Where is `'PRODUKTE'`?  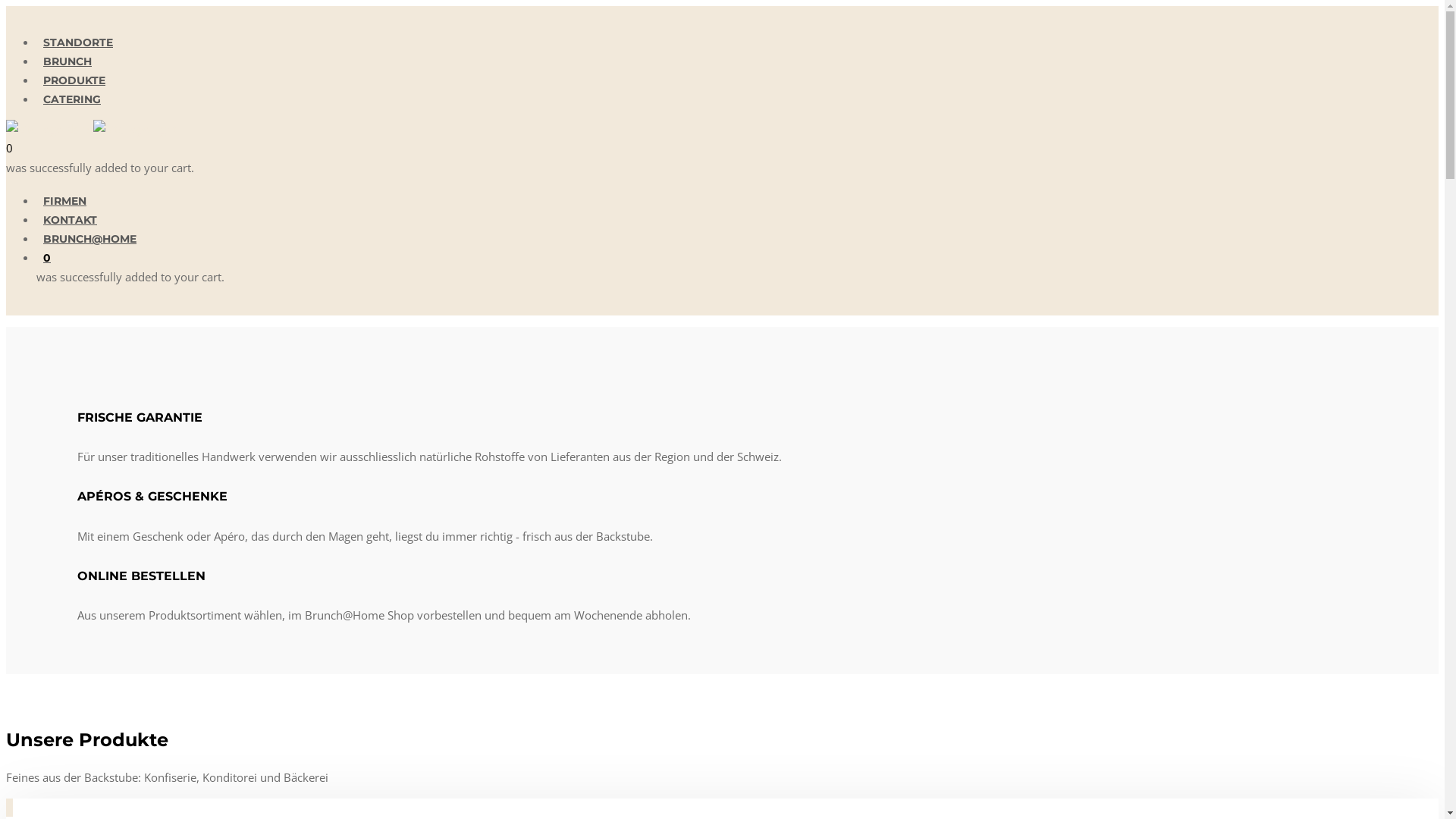
'PRODUKTE' is located at coordinates (36, 80).